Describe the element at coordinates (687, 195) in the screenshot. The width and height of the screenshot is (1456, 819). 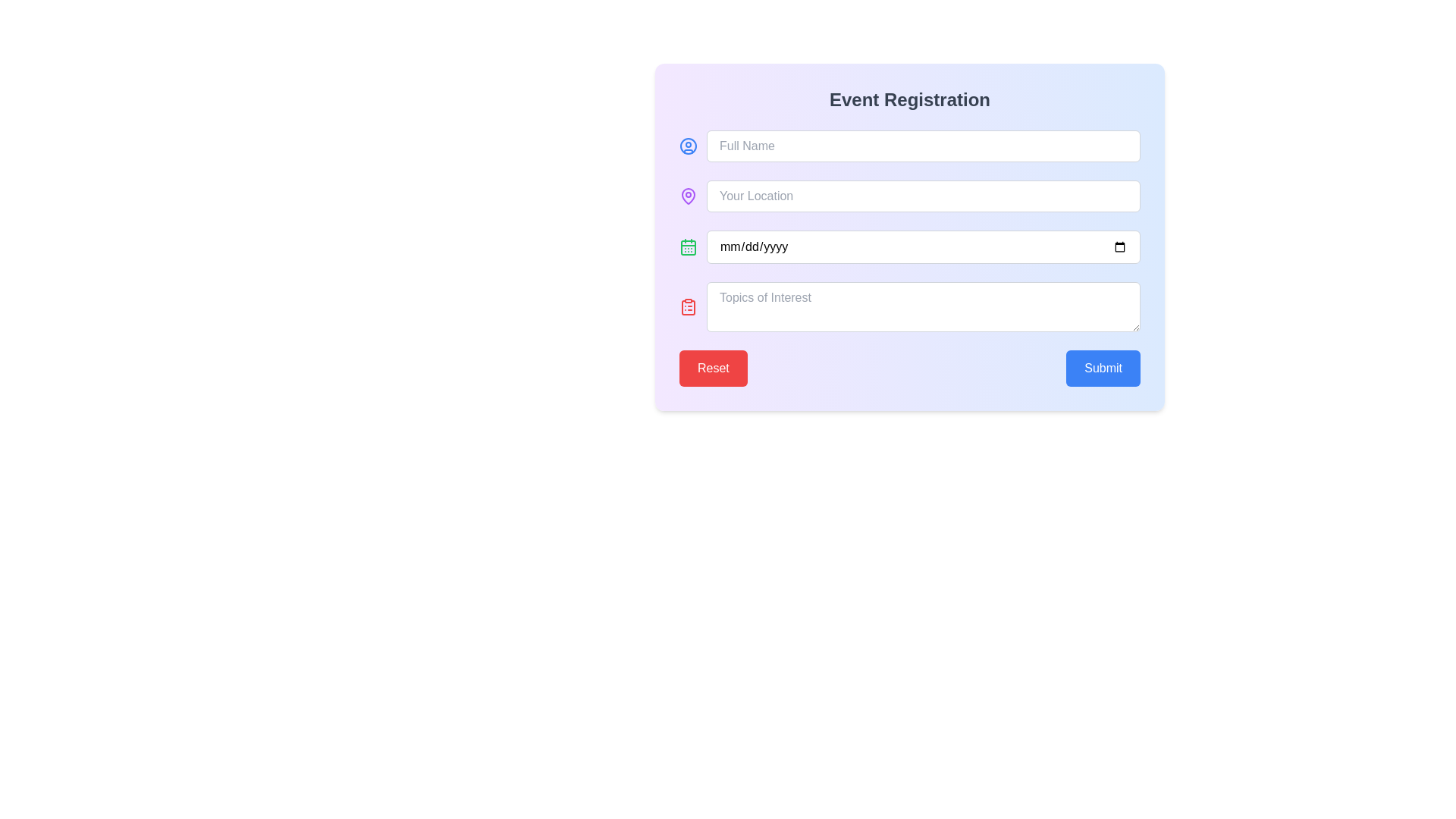
I see `the location icon in the second row of the left icon column, which symbolizes location data input for the 'Your Location' field in the 'Event Registration' form` at that location.